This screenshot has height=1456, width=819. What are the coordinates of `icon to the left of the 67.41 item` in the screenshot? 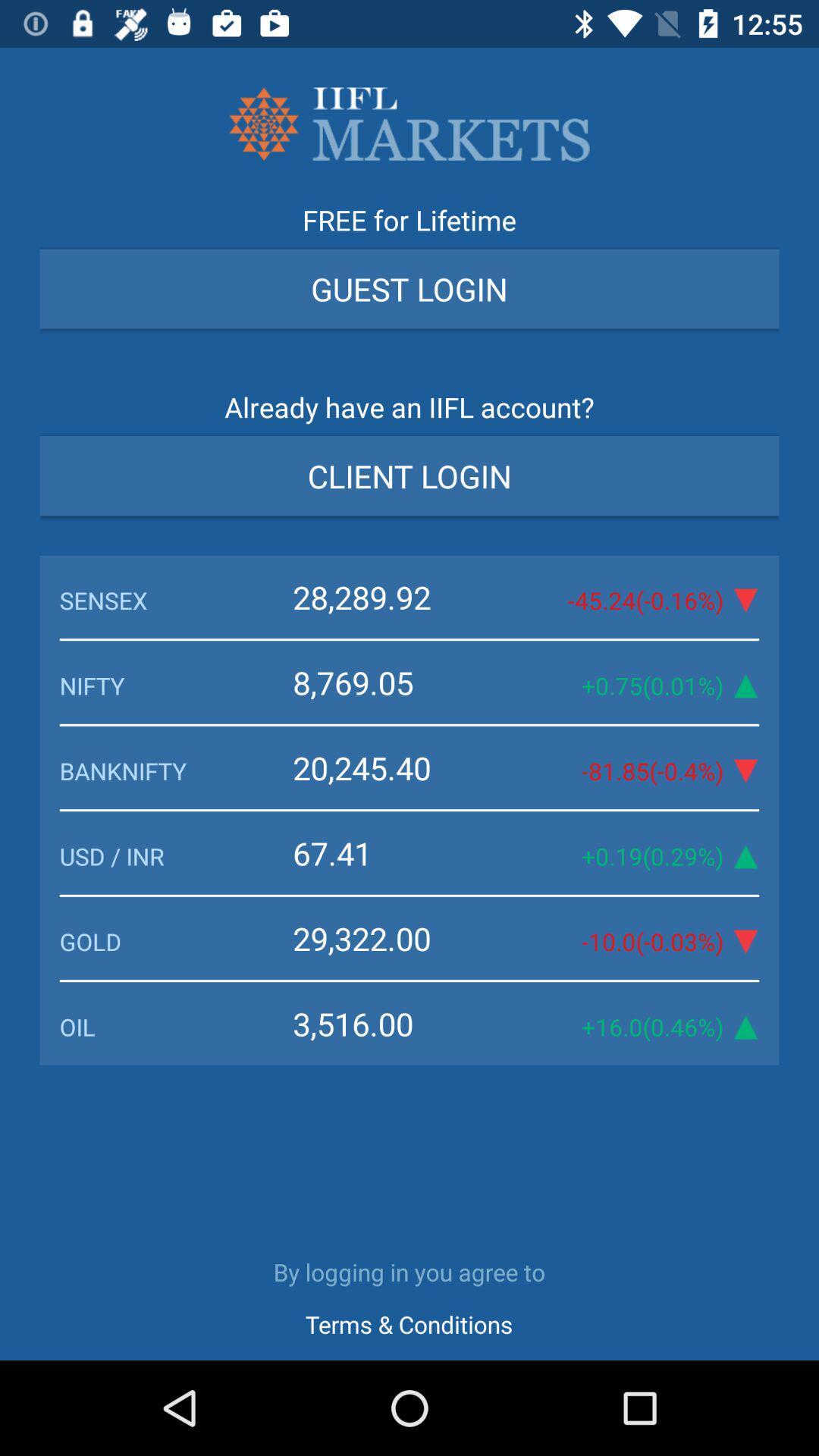 It's located at (175, 856).